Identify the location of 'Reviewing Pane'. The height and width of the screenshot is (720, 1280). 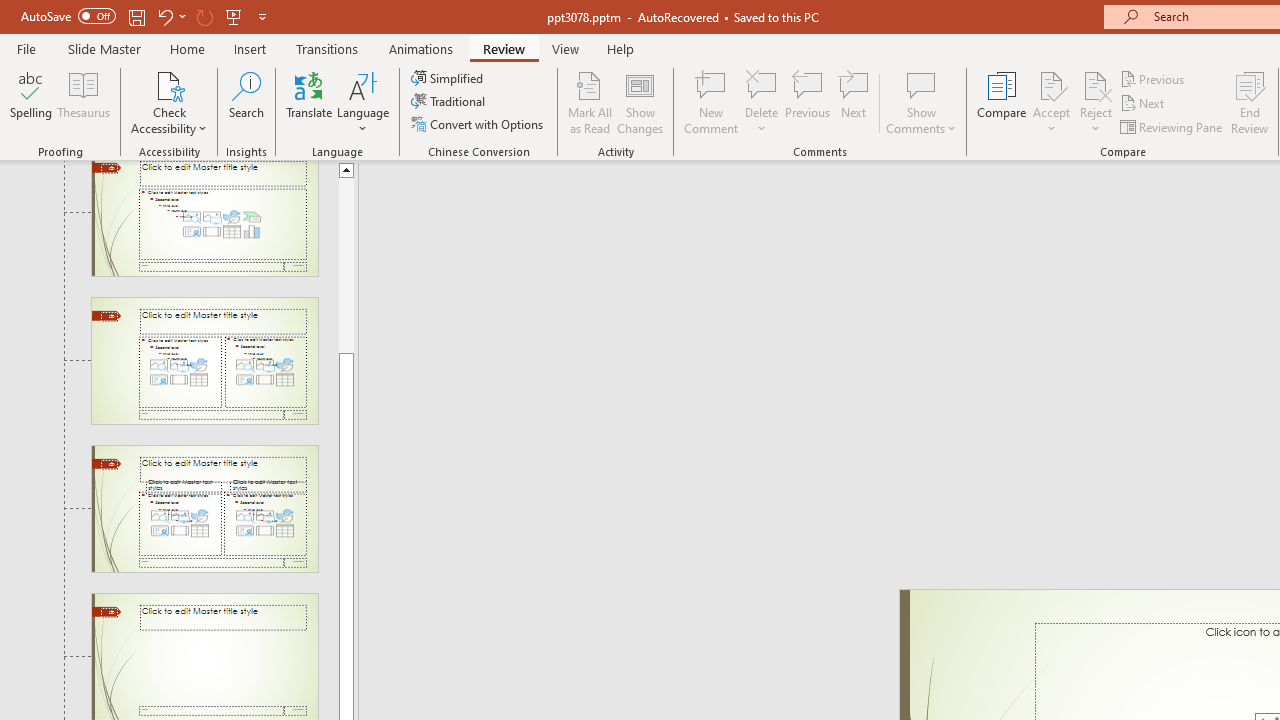
(1173, 127).